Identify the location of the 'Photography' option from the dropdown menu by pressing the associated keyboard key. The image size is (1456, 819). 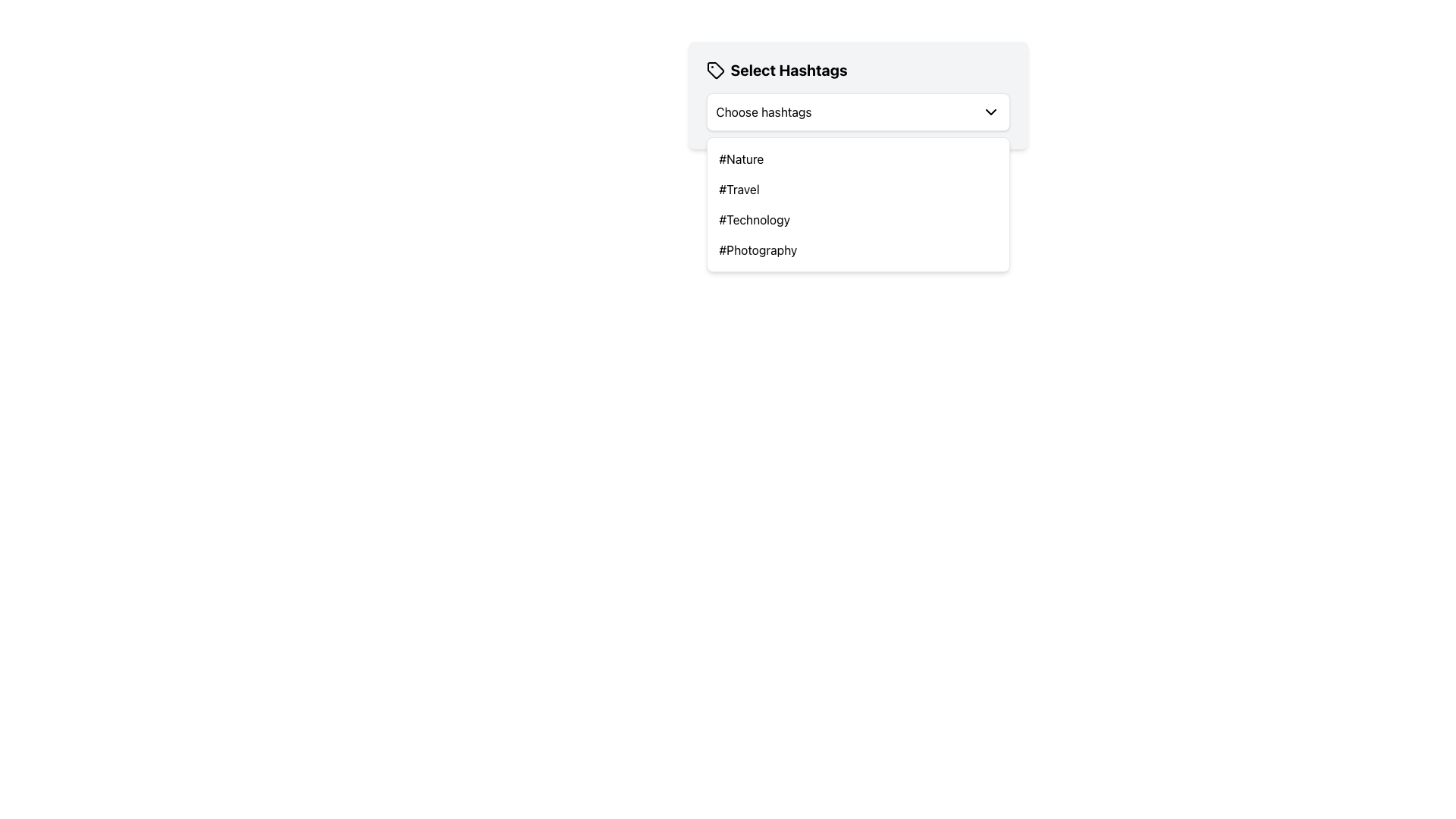
(858, 249).